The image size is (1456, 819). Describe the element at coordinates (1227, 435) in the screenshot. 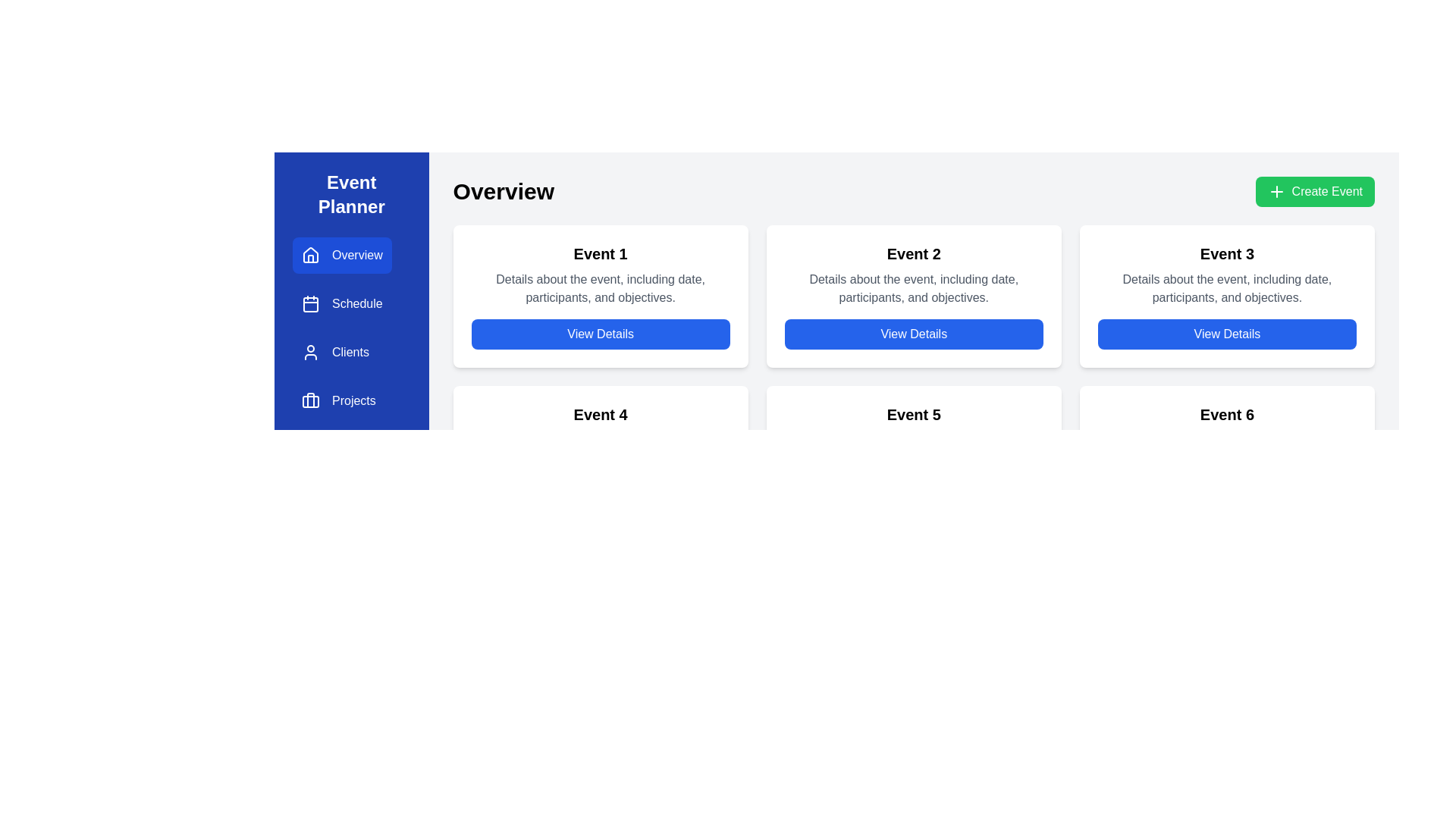

I see `event details from the textual information block titled 'Event 6', which is located in the bottom right section of the event cards grid` at that location.